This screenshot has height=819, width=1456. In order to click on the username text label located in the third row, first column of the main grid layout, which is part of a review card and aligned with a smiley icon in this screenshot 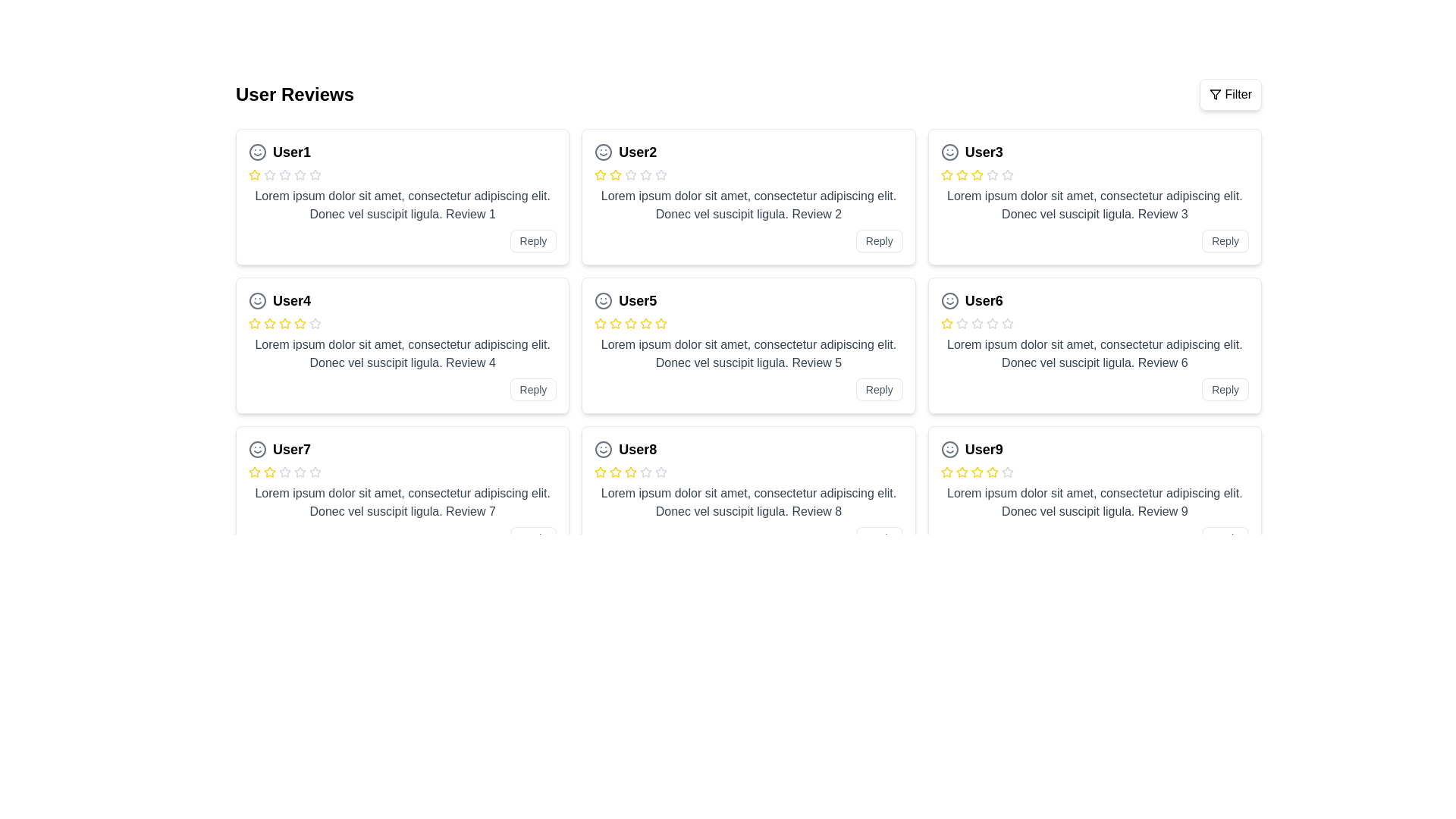, I will do `click(984, 301)`.